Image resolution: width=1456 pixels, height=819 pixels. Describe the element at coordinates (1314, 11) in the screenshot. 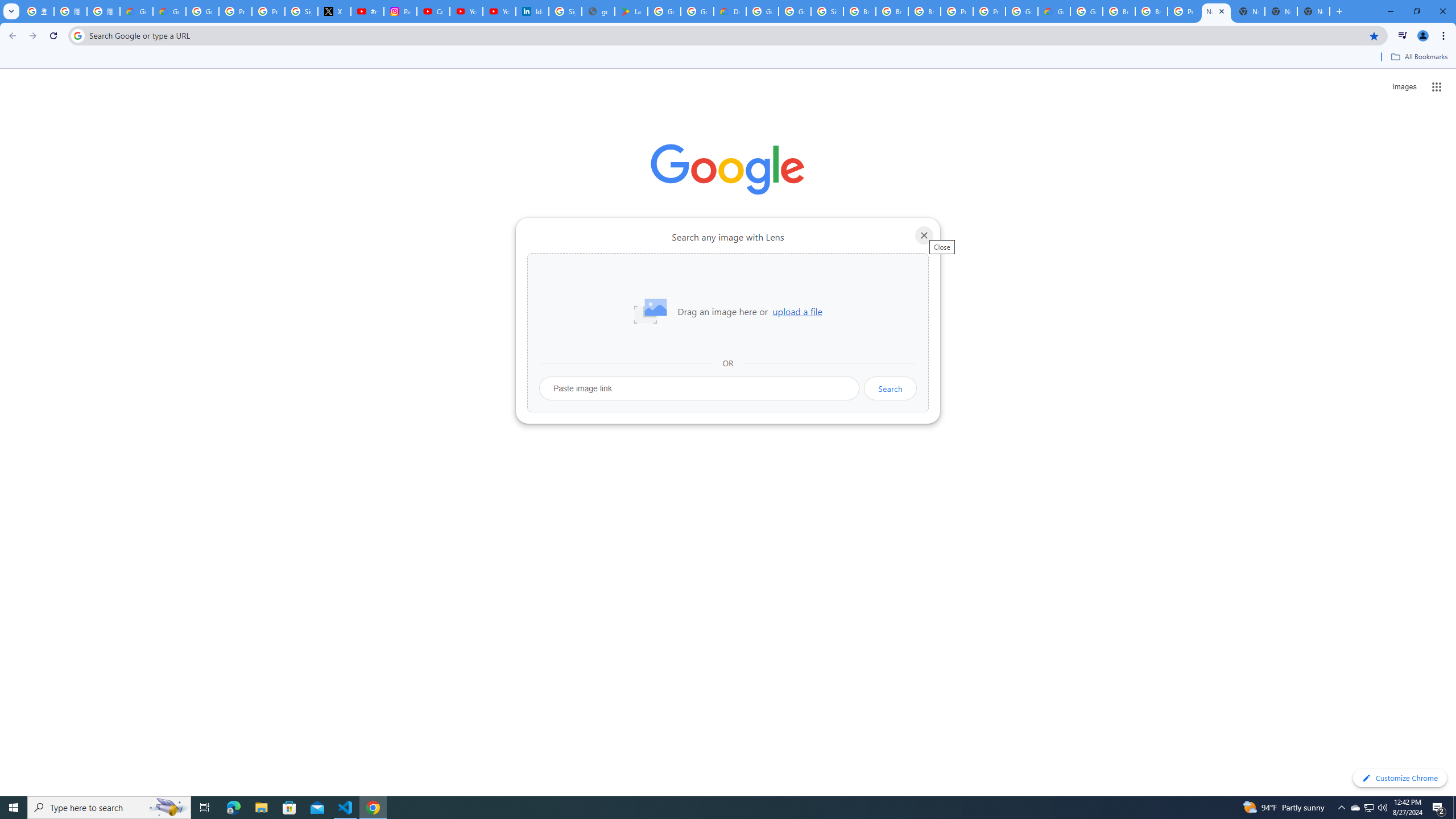

I see `'New Tab'` at that location.